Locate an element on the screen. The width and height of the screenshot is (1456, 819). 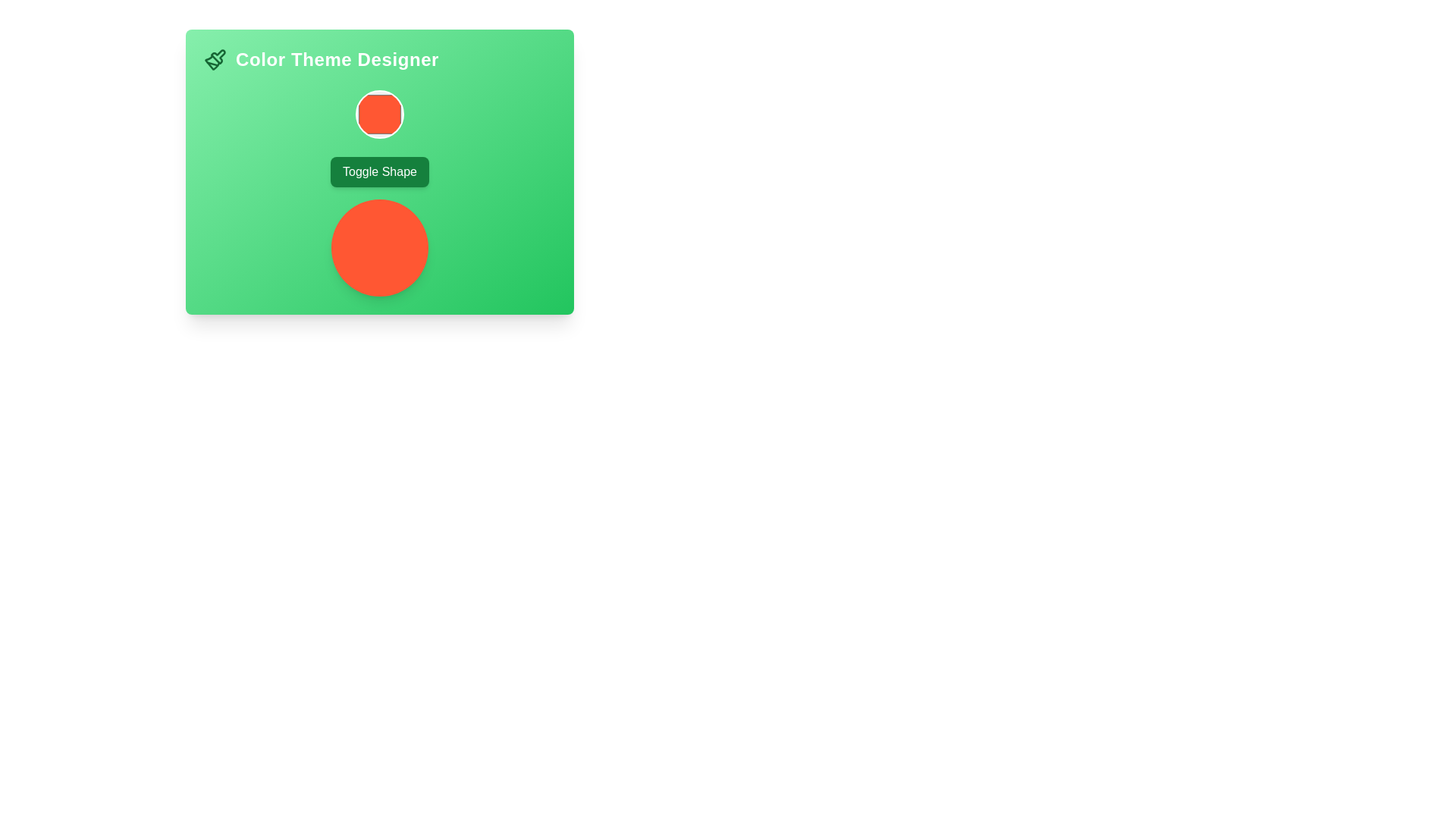
the Vector icon element that visually represents a part of the graphical paintbrush icon, indicating design or brush-related functionality is located at coordinates (217, 56).